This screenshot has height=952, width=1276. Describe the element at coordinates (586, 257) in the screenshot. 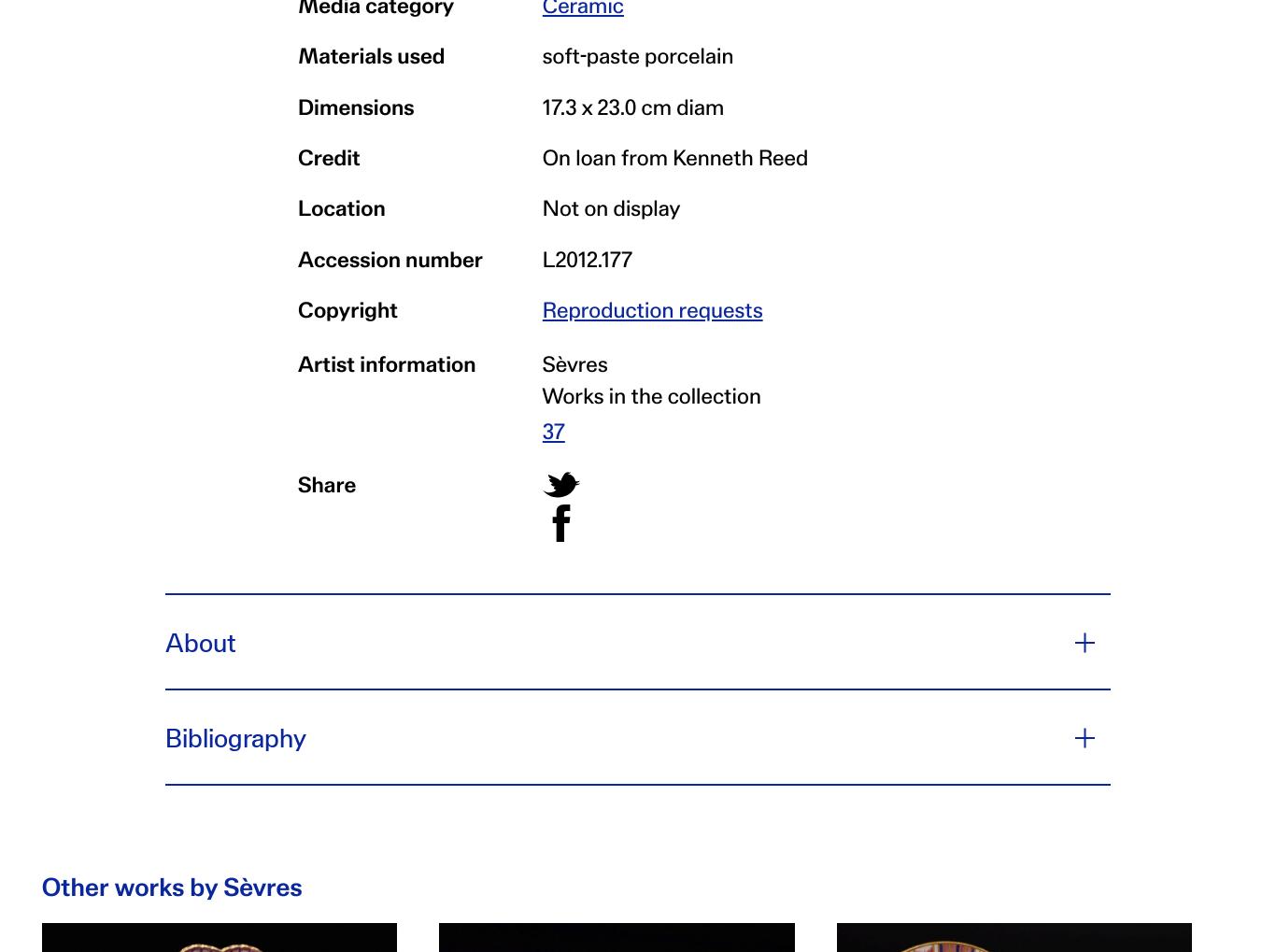

I see `'L2012.177'` at that location.